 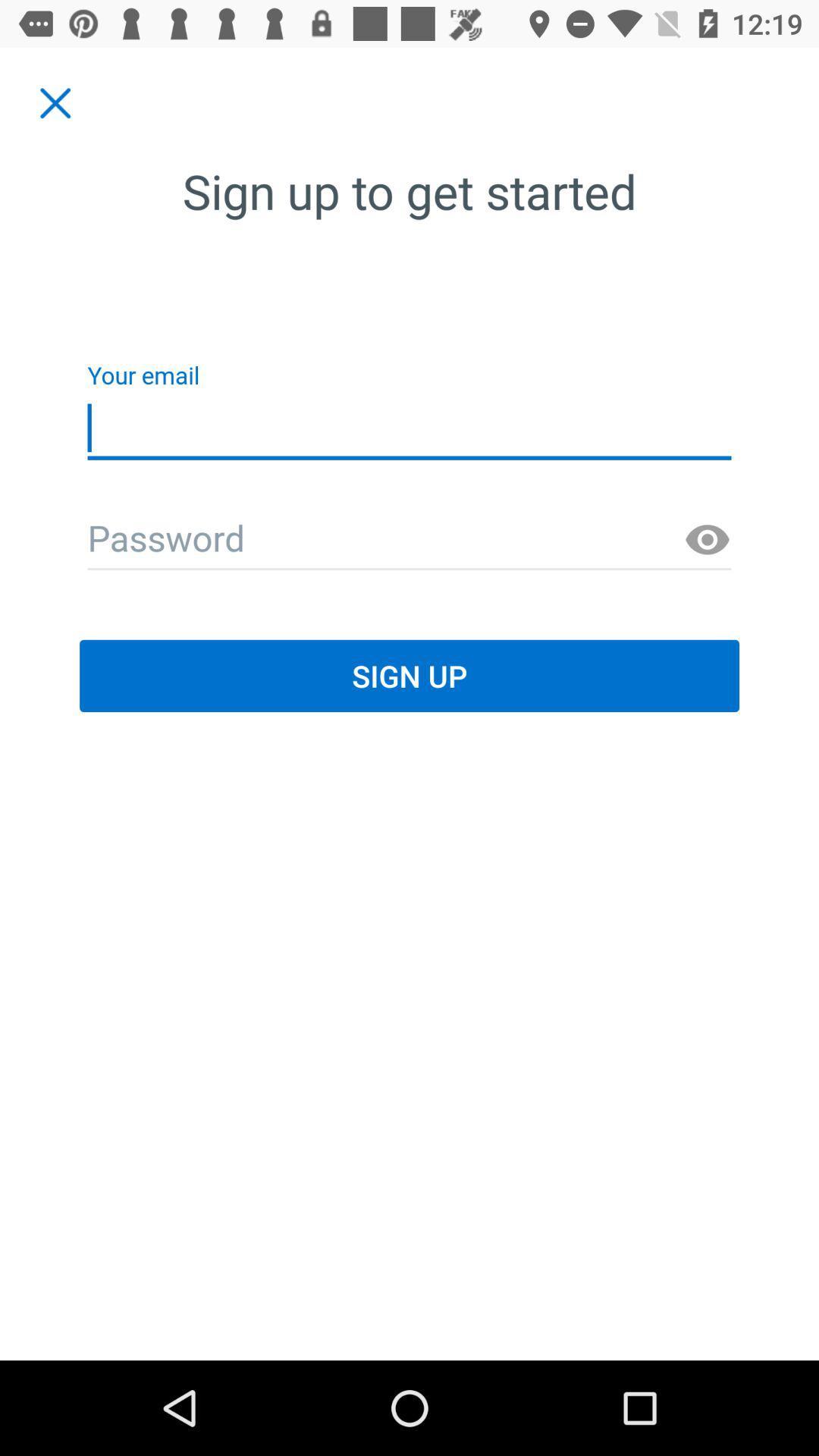 I want to click on the close icon, so click(x=55, y=102).